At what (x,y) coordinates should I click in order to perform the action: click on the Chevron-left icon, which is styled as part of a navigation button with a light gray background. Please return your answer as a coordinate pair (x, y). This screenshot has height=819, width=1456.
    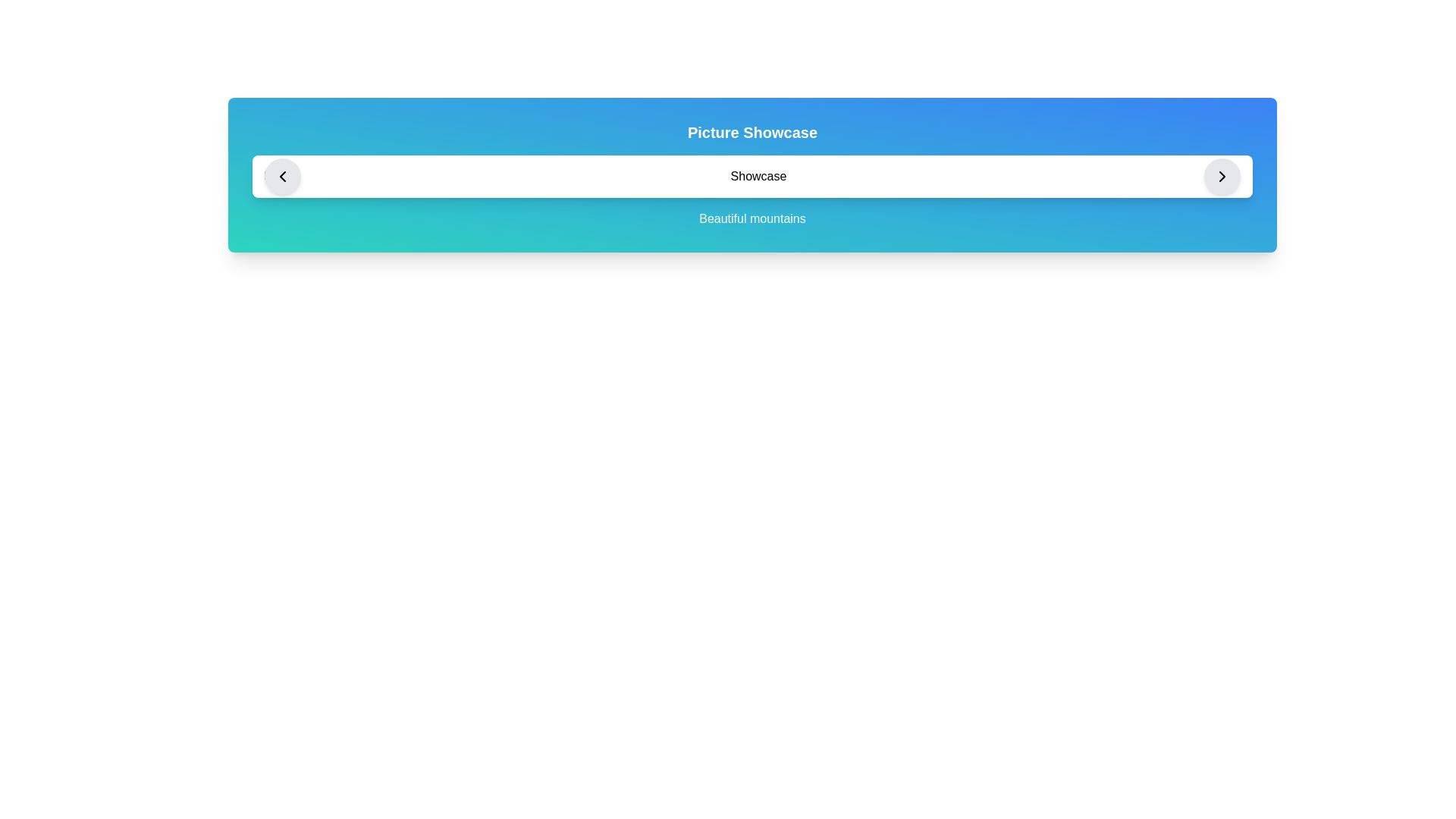
    Looking at the image, I should click on (283, 175).